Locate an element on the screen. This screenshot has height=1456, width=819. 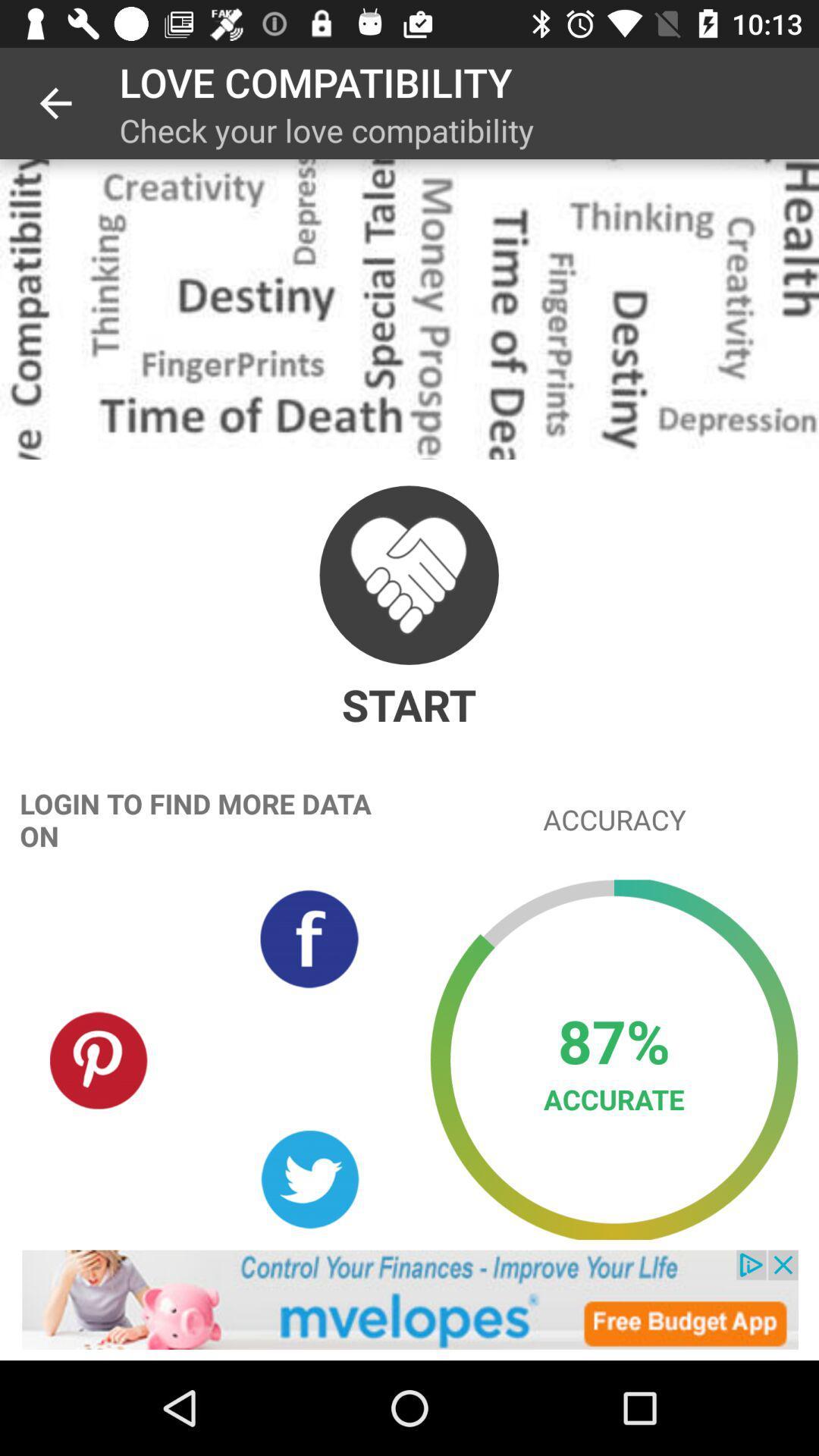
pinterest login is located at coordinates (99, 1059).